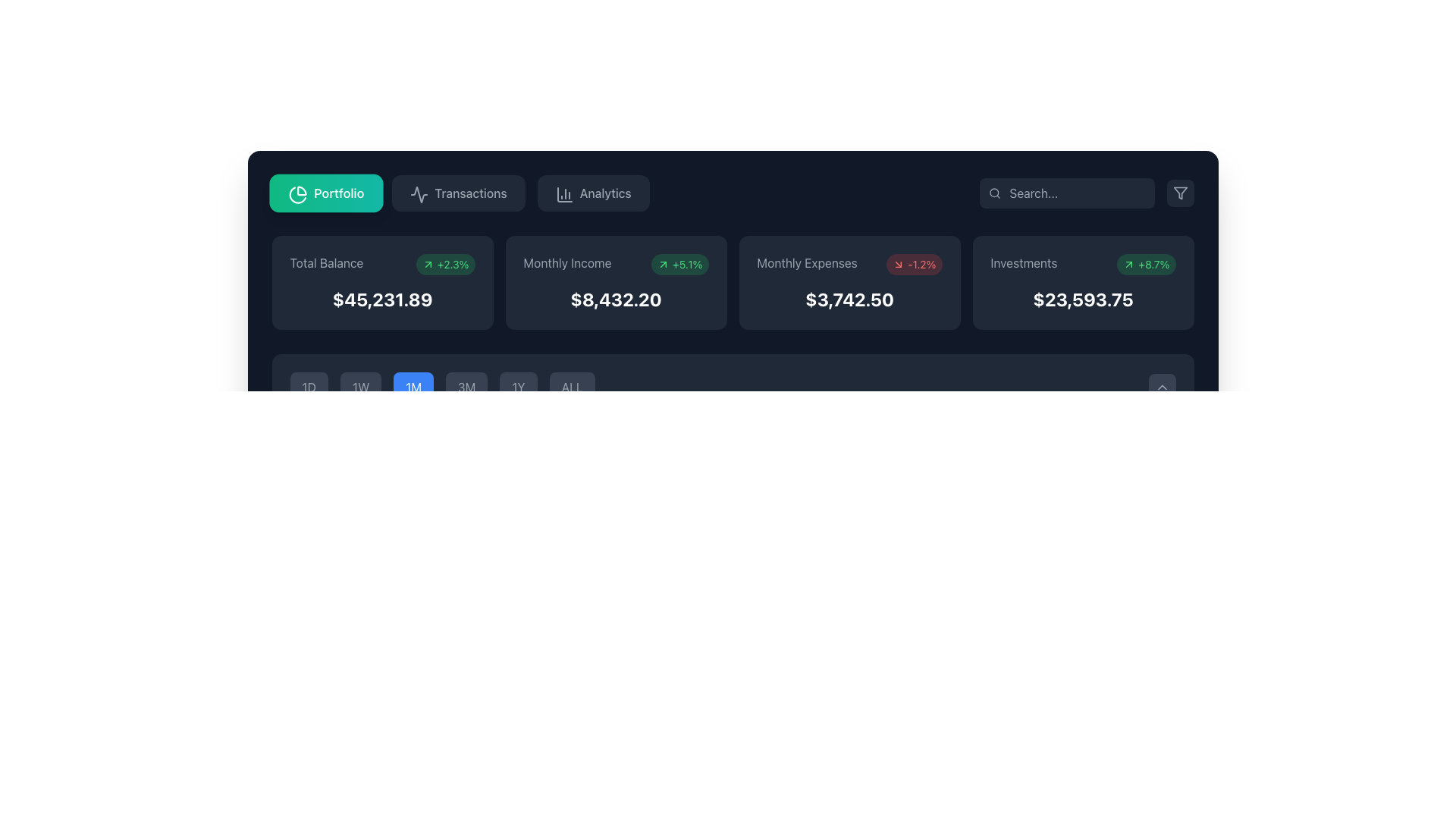 The image size is (1456, 819). Describe the element at coordinates (297, 194) in the screenshot. I see `the pie chart icon located in the left section of the top navigation bar, adjacent to the 'Portfolio' label` at that location.